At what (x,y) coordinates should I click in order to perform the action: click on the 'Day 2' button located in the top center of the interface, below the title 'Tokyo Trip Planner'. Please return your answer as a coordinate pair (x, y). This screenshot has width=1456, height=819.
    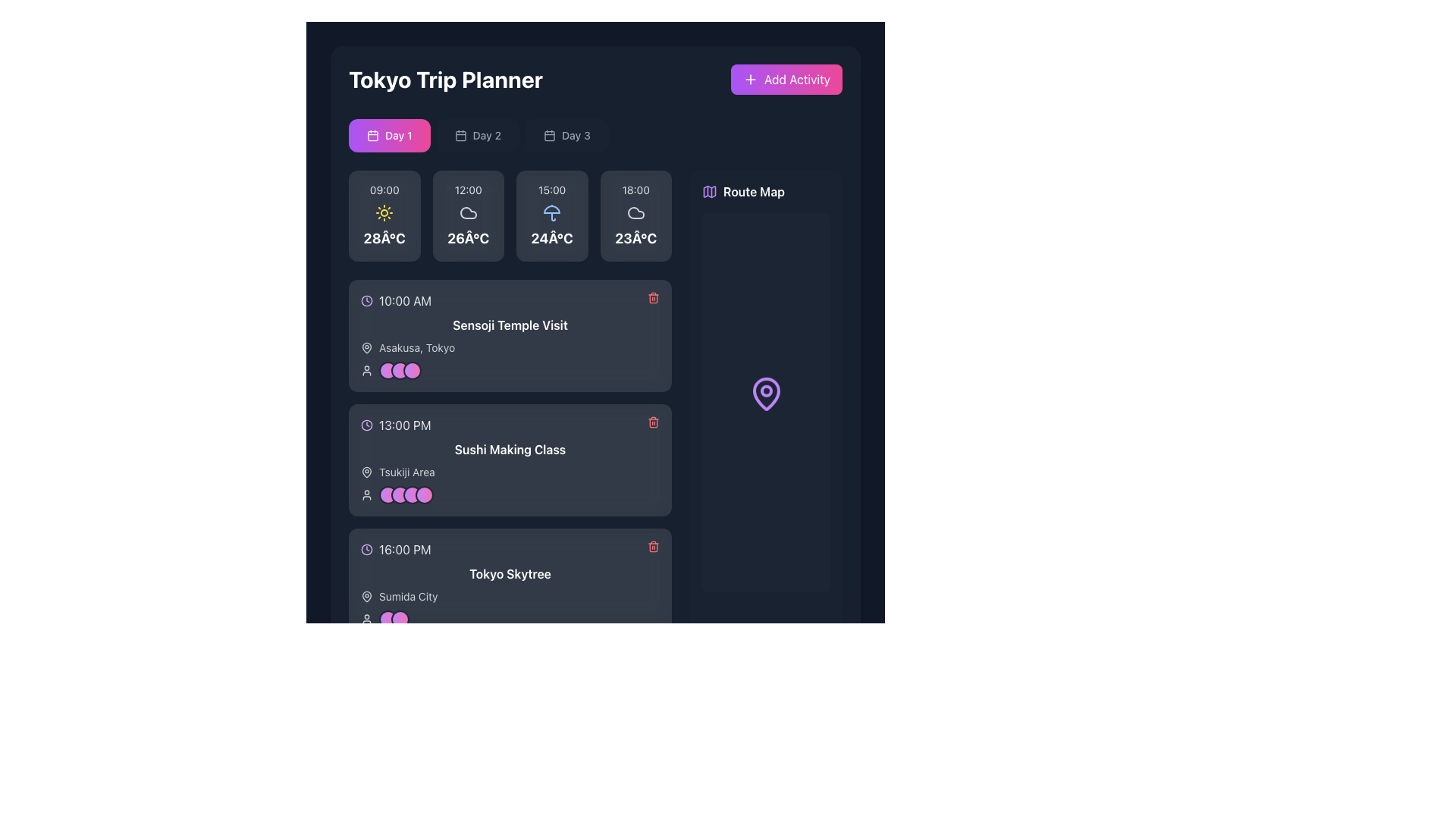
    Looking at the image, I should click on (477, 134).